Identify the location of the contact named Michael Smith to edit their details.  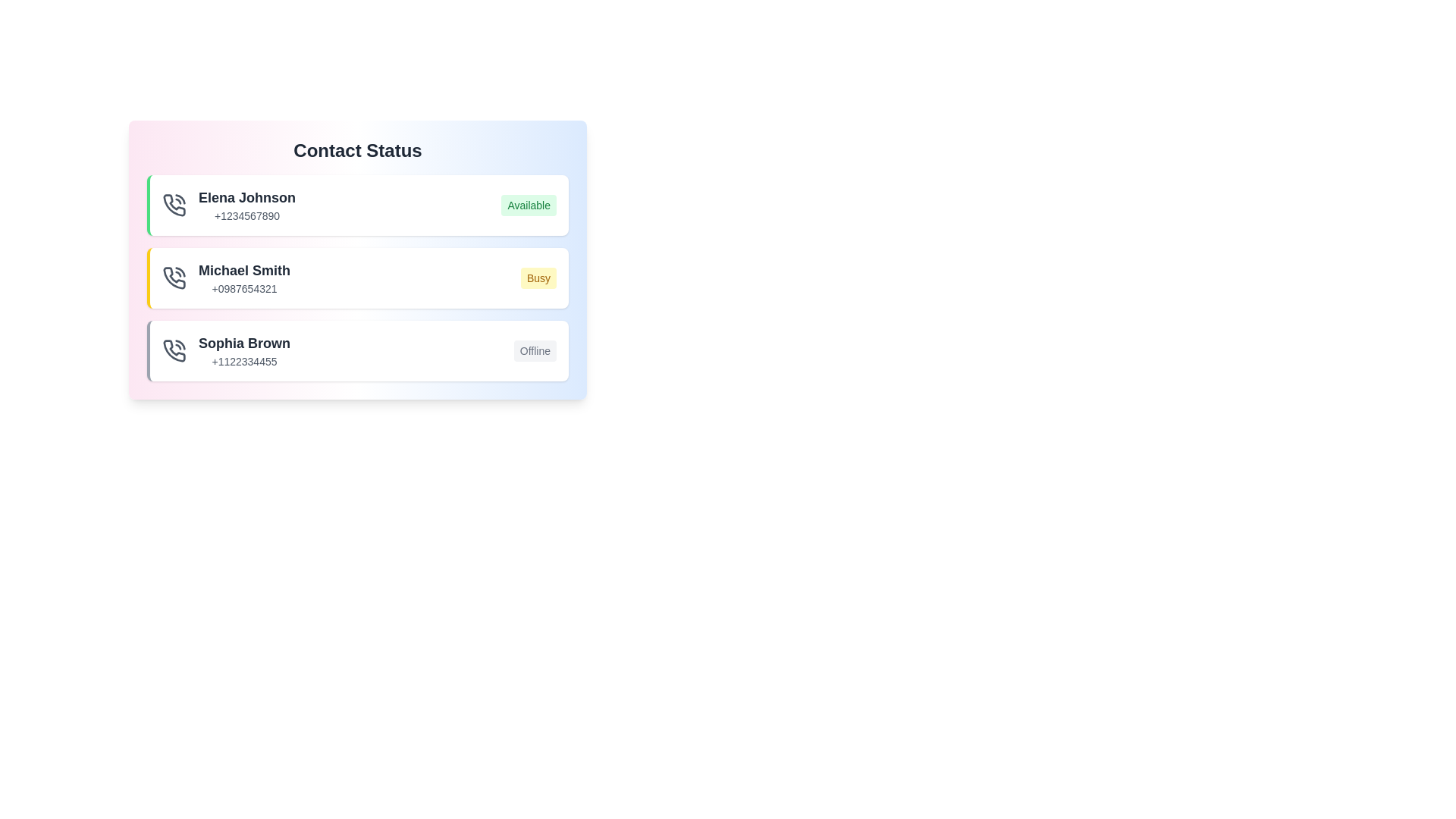
(356, 278).